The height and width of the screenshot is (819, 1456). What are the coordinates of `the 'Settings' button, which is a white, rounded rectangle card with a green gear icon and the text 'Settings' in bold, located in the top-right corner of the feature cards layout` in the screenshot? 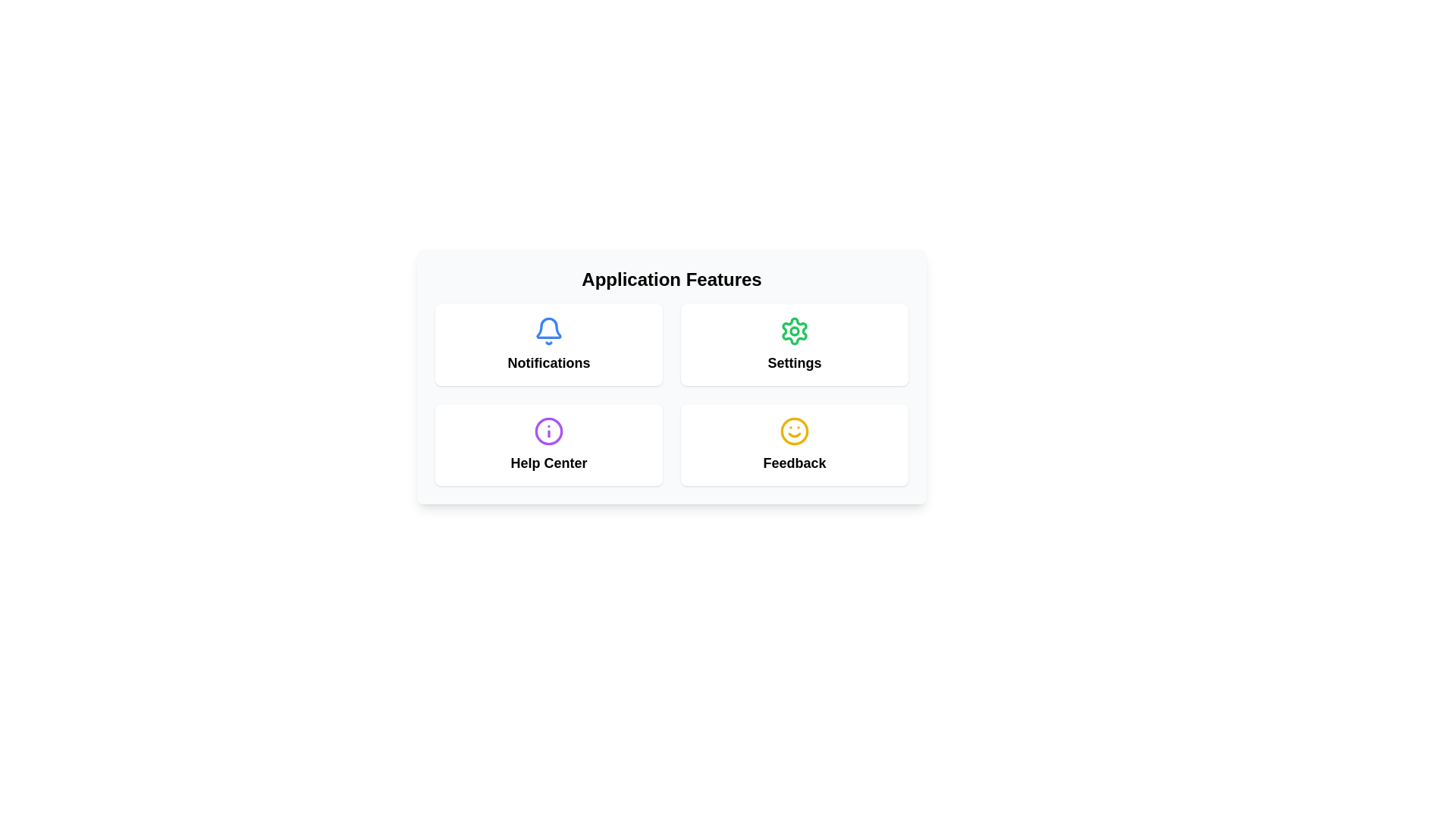 It's located at (793, 345).